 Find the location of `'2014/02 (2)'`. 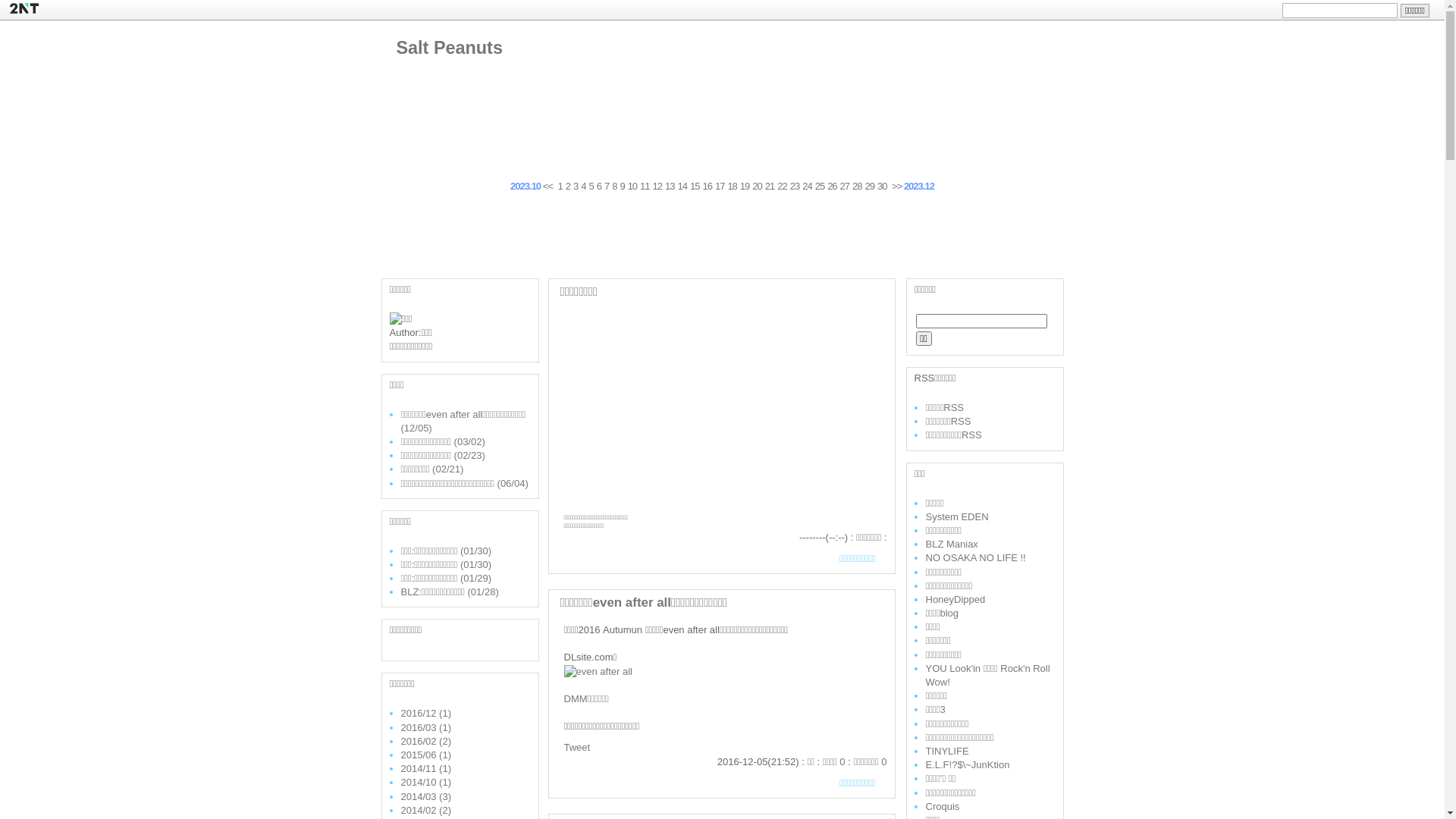

'2014/02 (2)' is located at coordinates (425, 809).